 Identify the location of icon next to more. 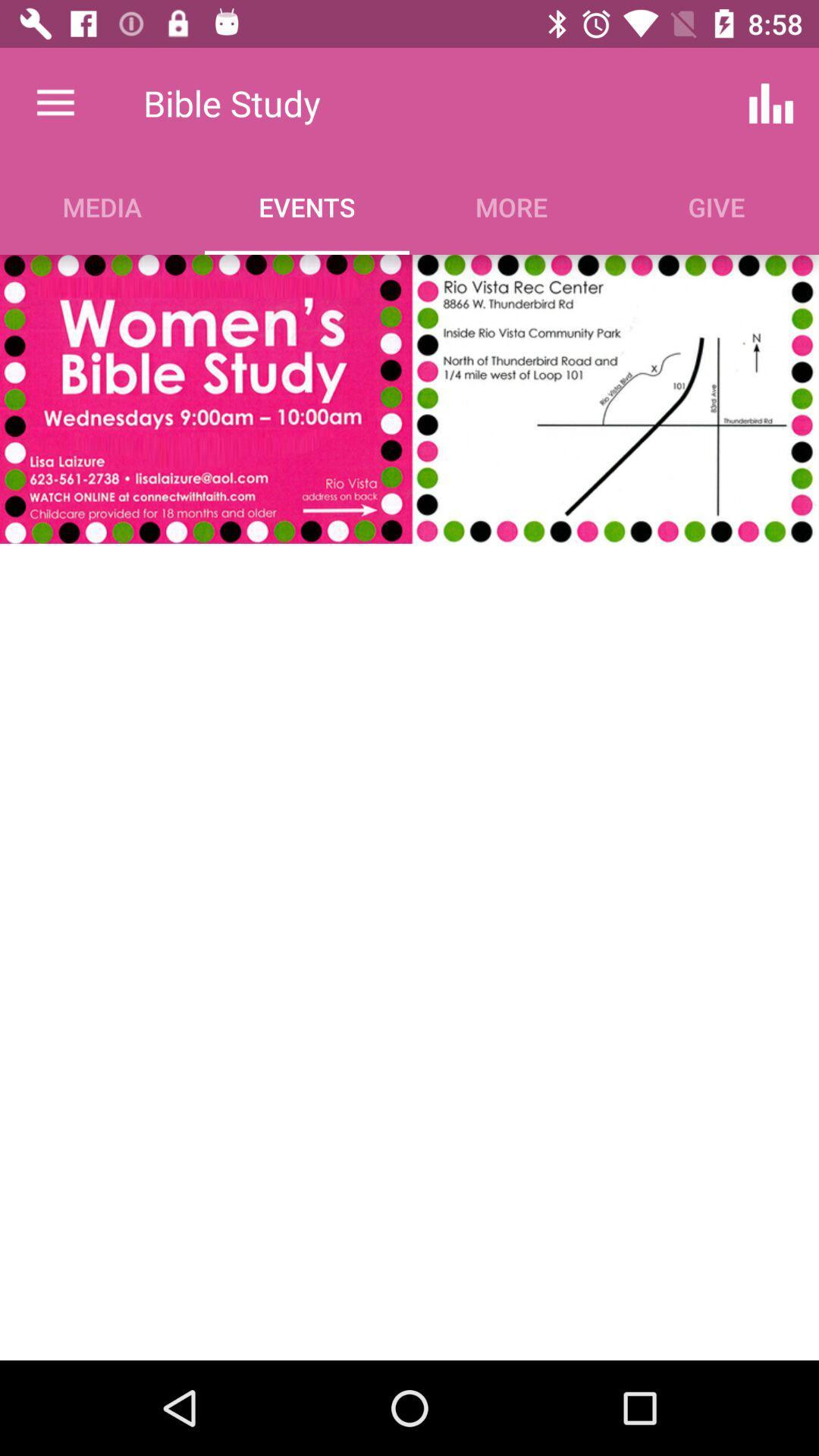
(771, 102).